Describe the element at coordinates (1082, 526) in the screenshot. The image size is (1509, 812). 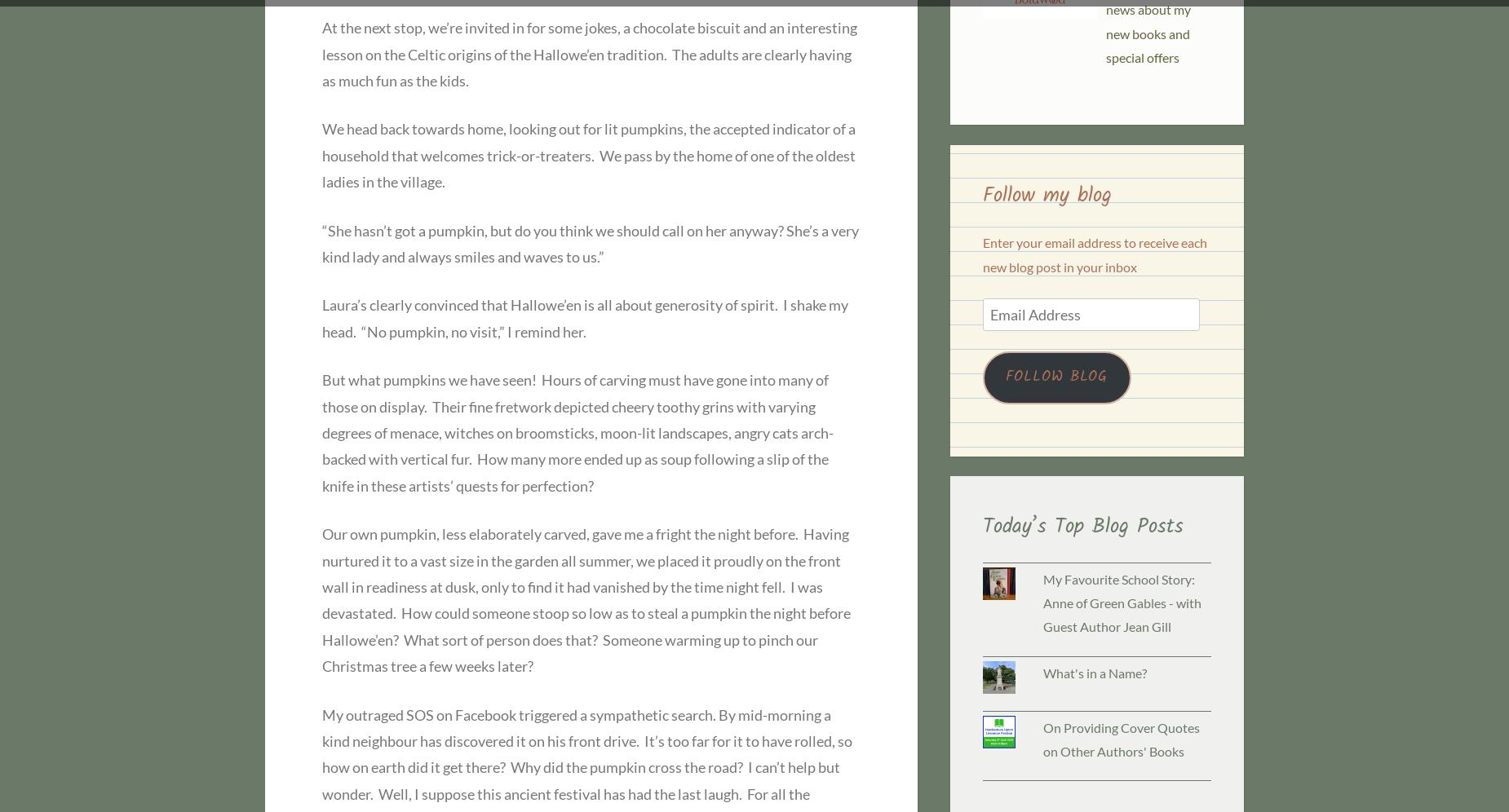
I see `'Today’s Top Blog Posts'` at that location.